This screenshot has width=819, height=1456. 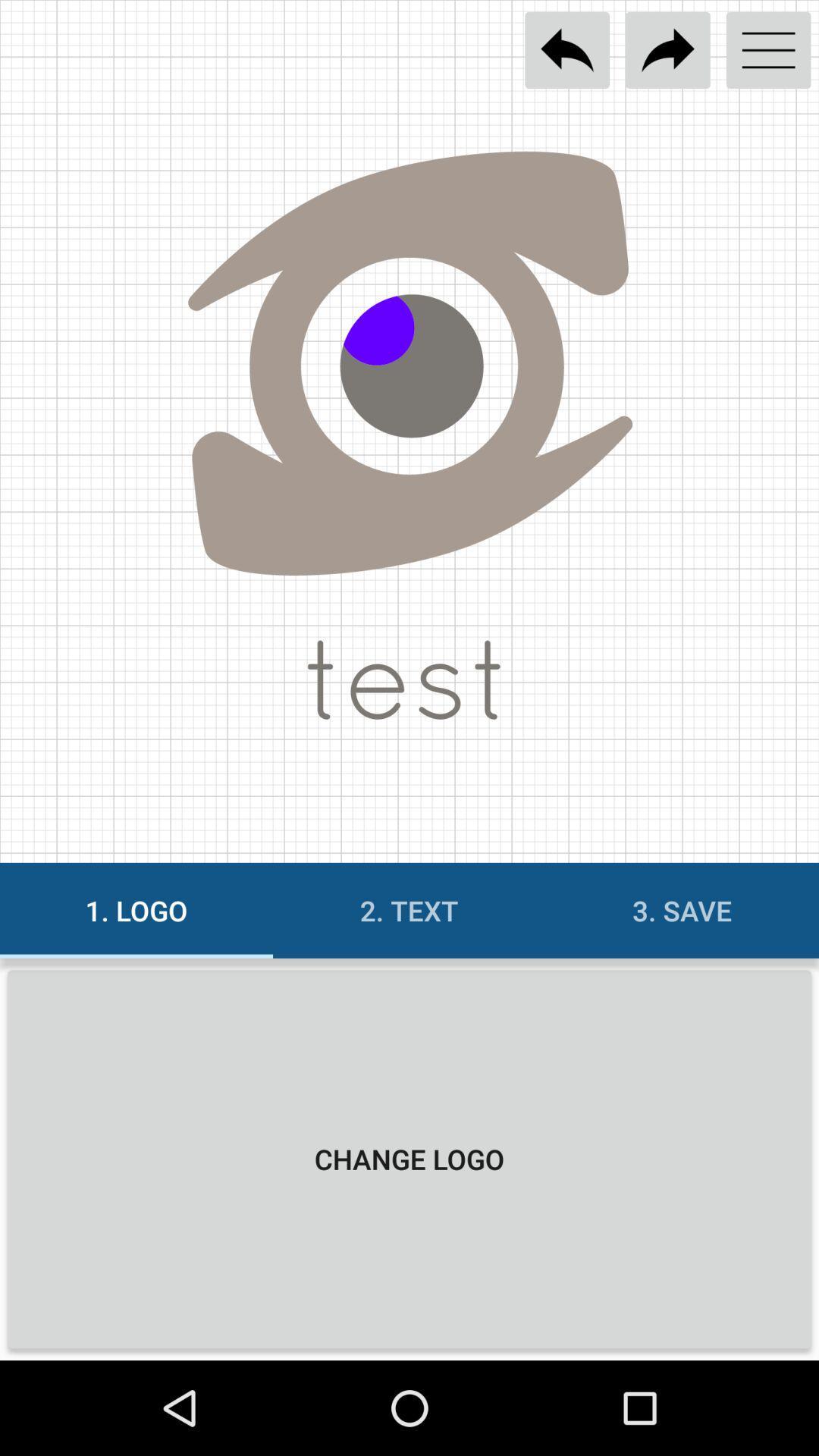 What do you see at coordinates (667, 50) in the screenshot?
I see `the share options` at bounding box center [667, 50].